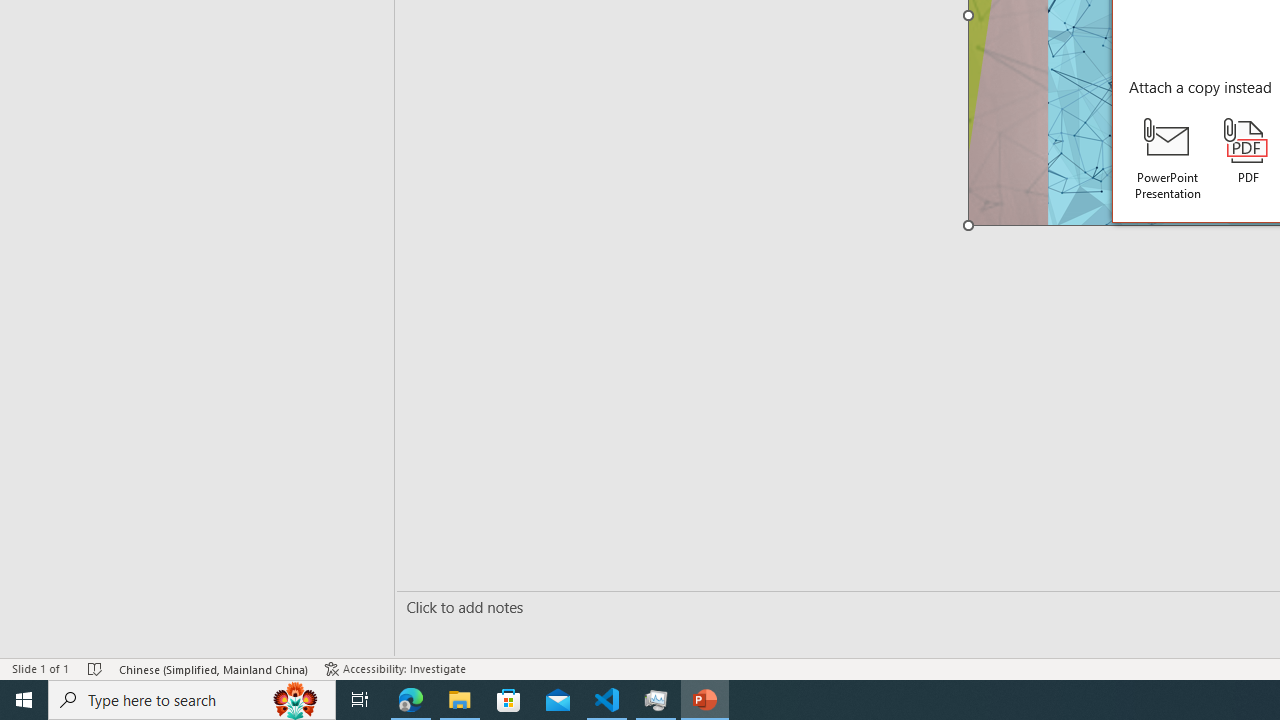  I want to click on 'File Explorer - 1 running window', so click(459, 698).